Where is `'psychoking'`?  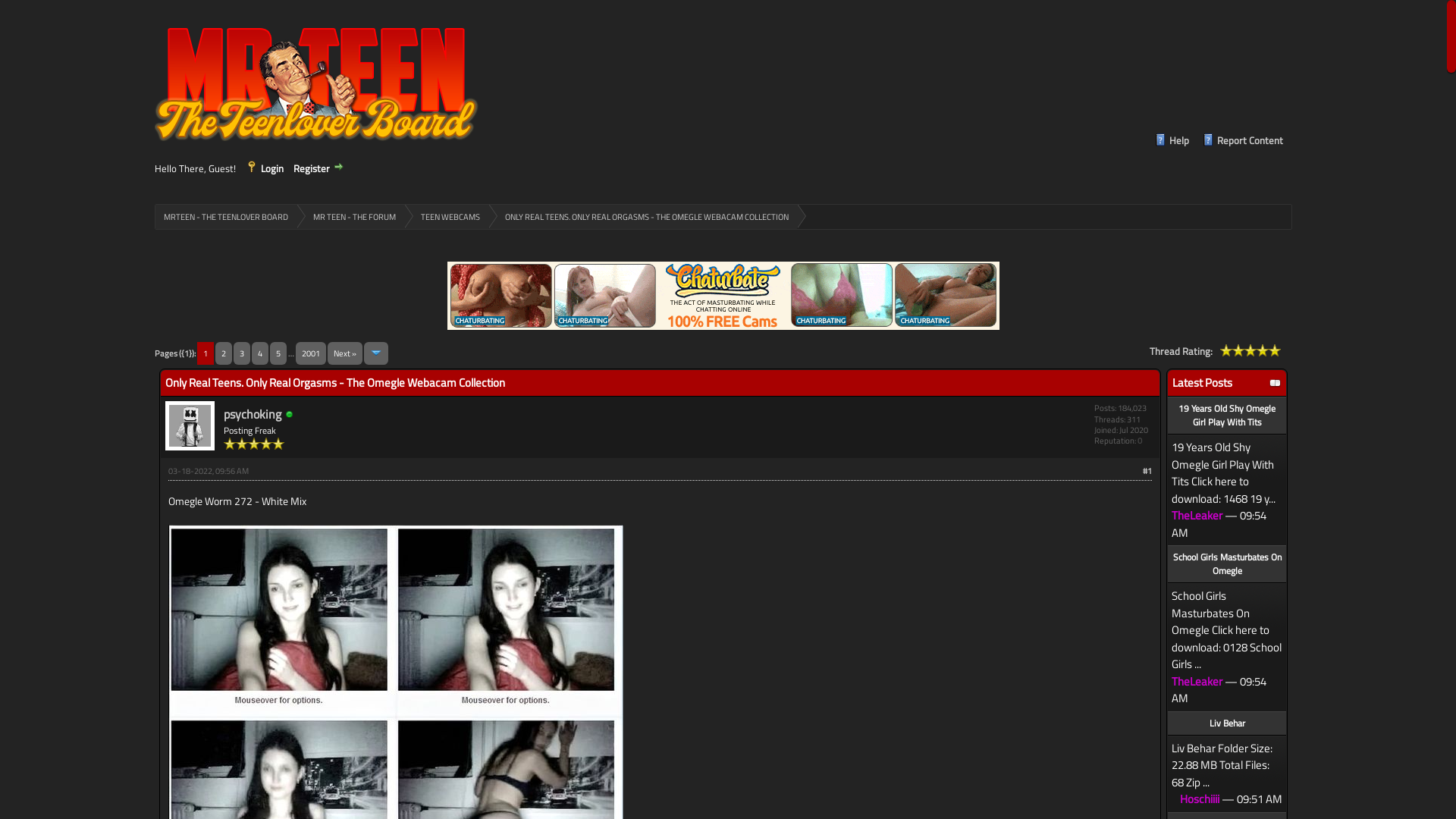 'psychoking' is located at coordinates (222, 414).